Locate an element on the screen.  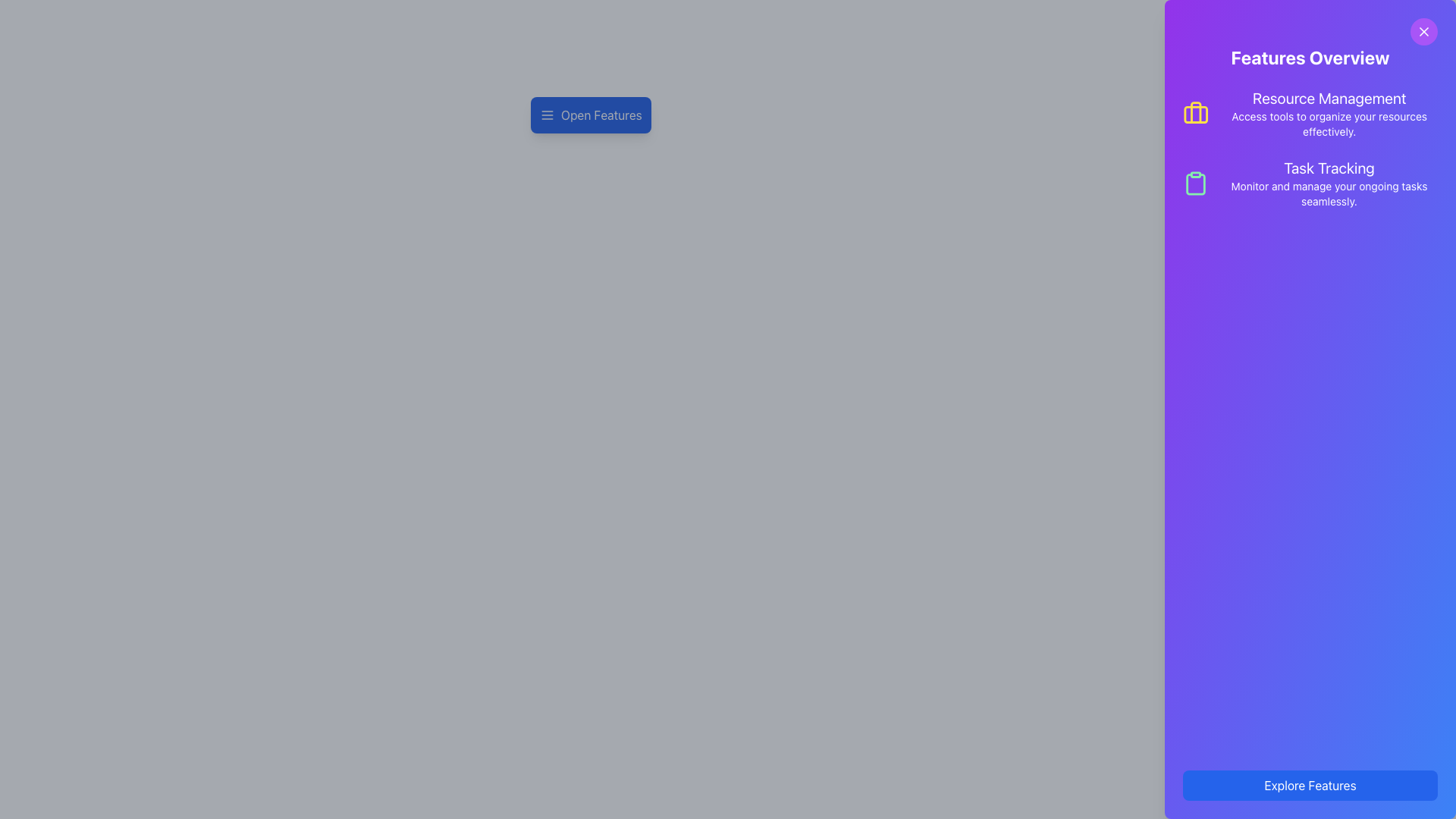
the Text Label element that reads 'Access tools to organize your resources effectively,' which is located under the 'Resource Management' heading in the 'Features Overview' section is located at coordinates (1329, 124).